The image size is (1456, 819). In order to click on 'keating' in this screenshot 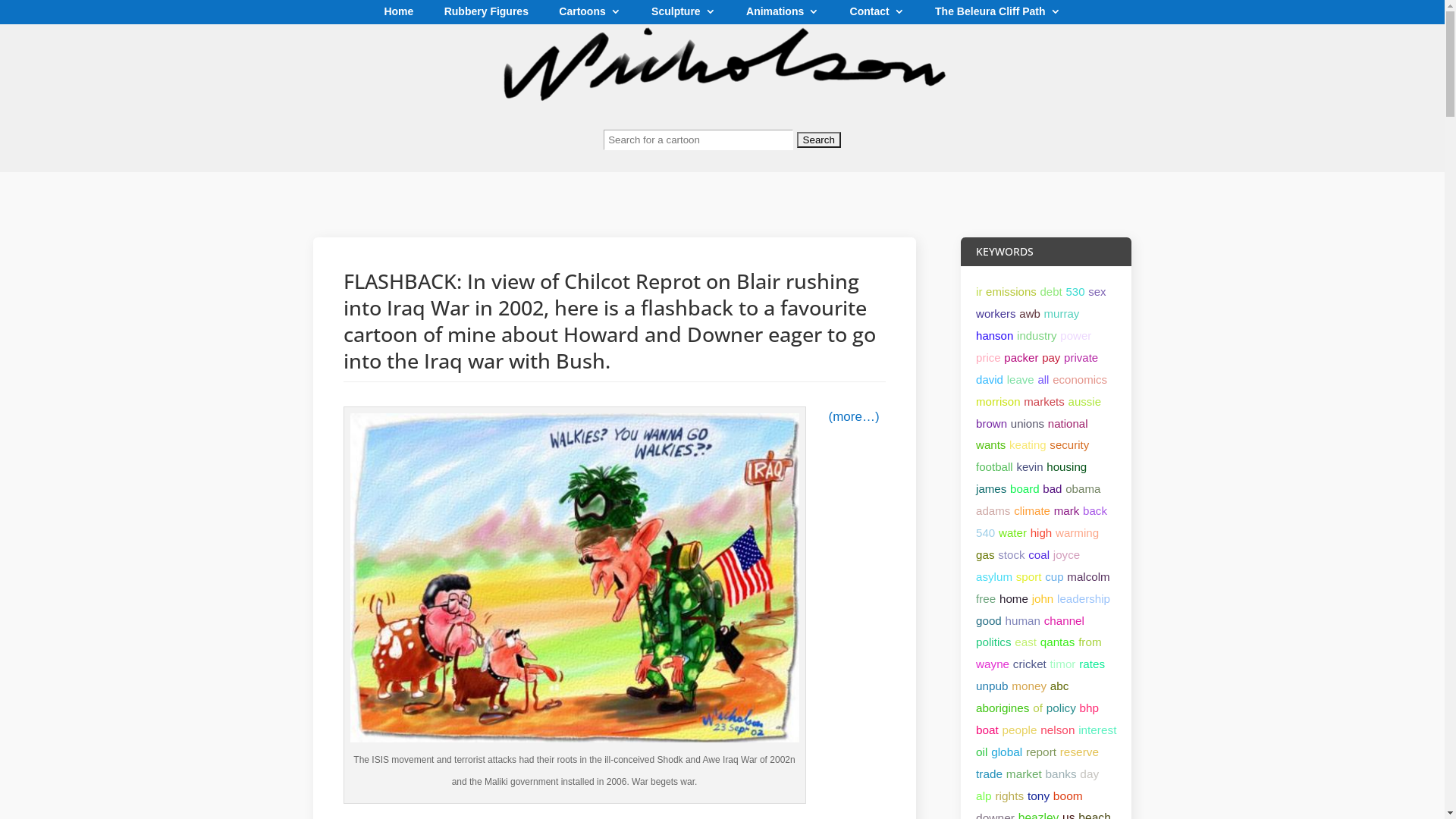, I will do `click(1028, 444)`.